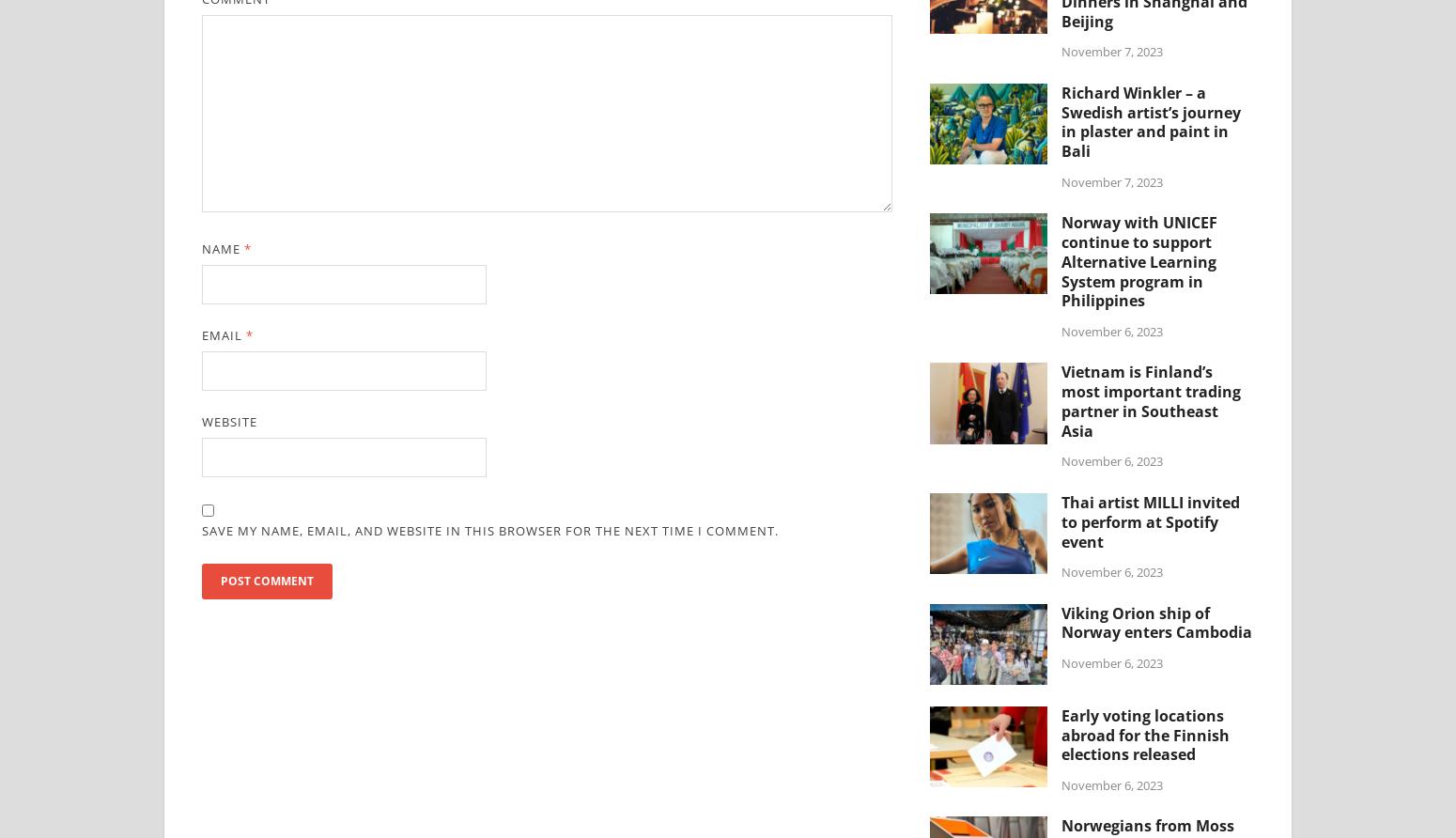  I want to click on 'Save my name, email, and website in this browser for the next time I comment.', so click(489, 529).